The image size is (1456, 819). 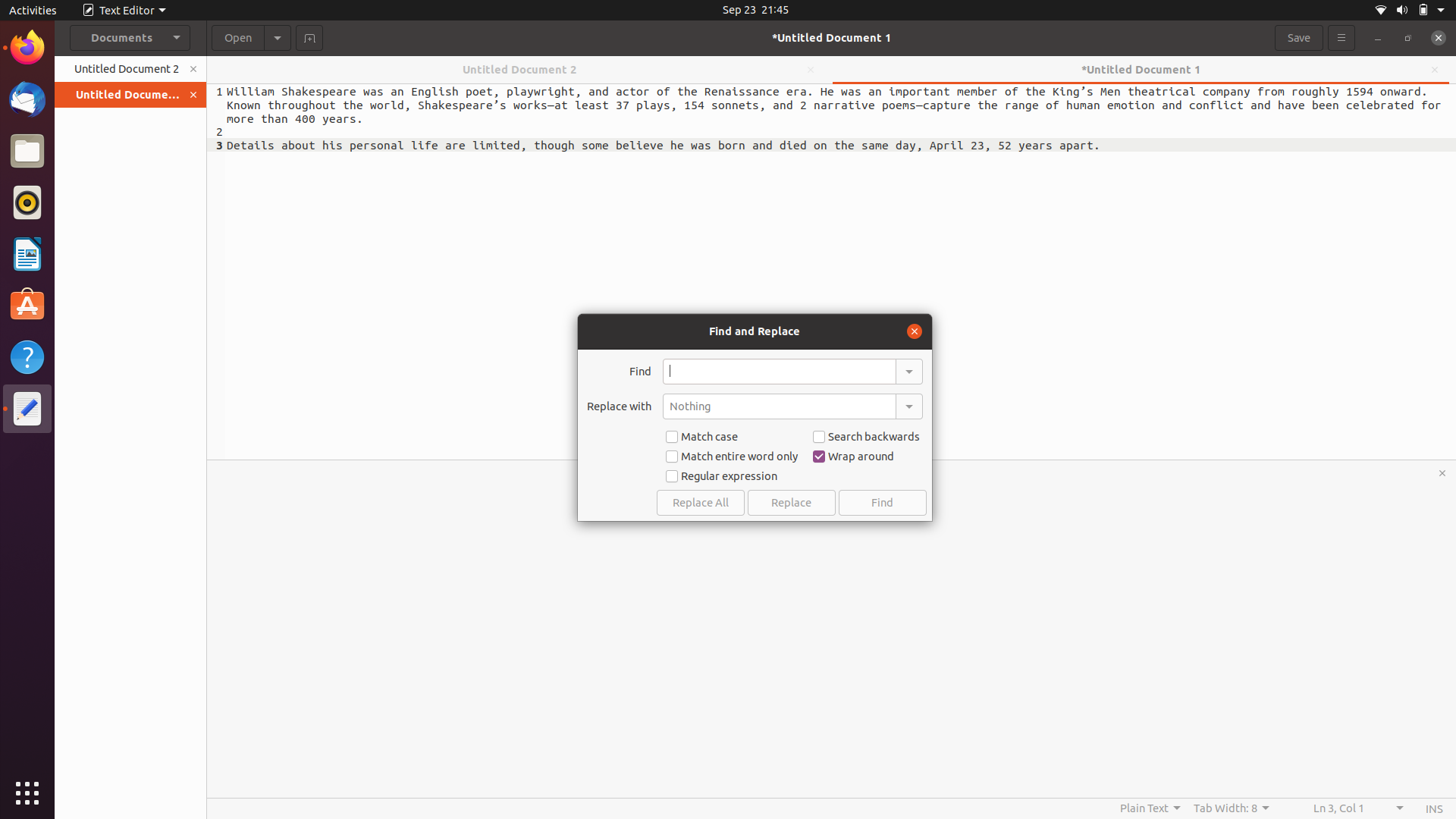 What do you see at coordinates (779, 371) in the screenshot?
I see `In the document, find occurrences of "shakespeare` at bounding box center [779, 371].